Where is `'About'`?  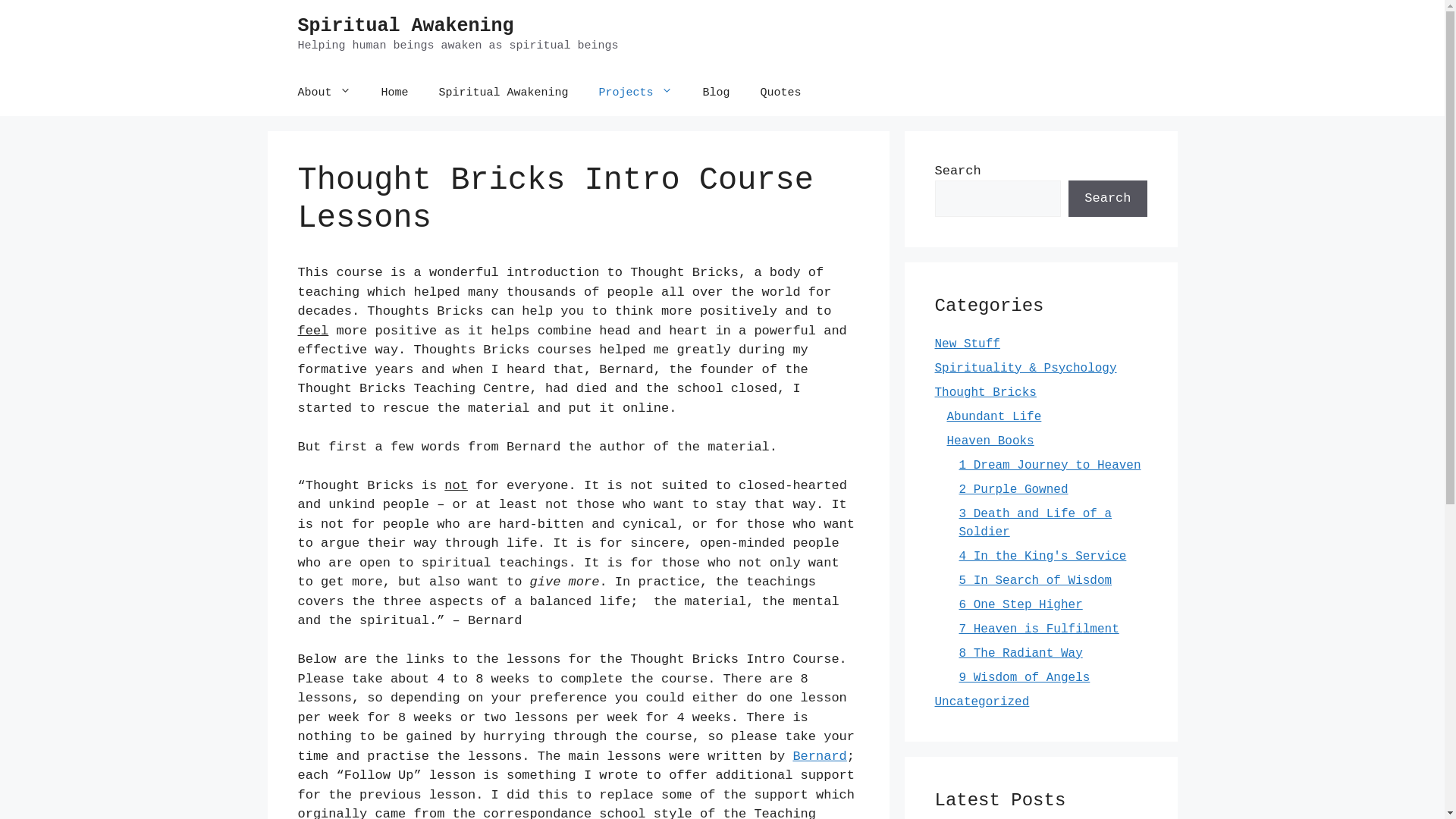 'About' is located at coordinates (323, 93).